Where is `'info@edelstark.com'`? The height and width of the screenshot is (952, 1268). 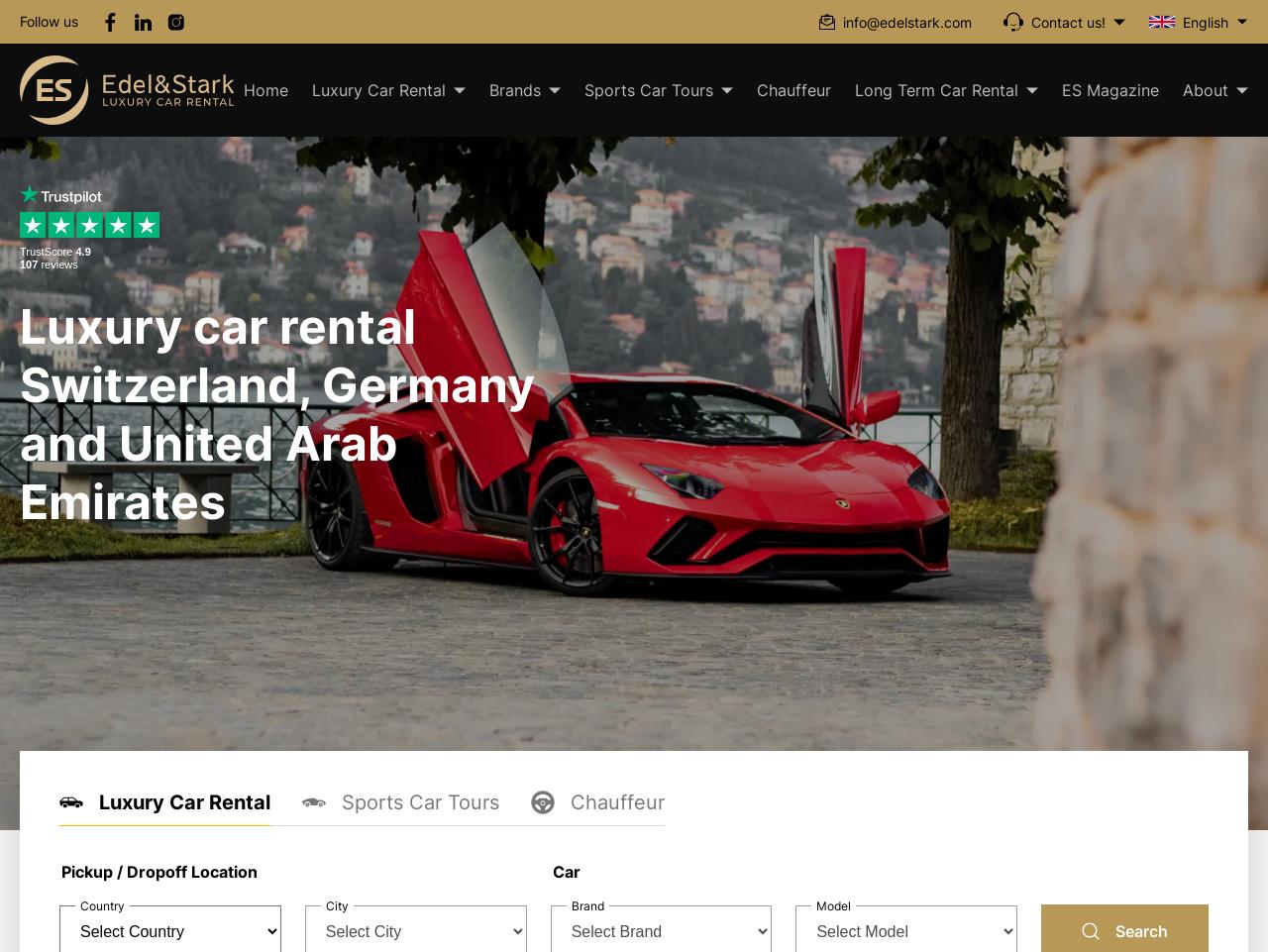 'info@edelstark.com' is located at coordinates (905, 20).